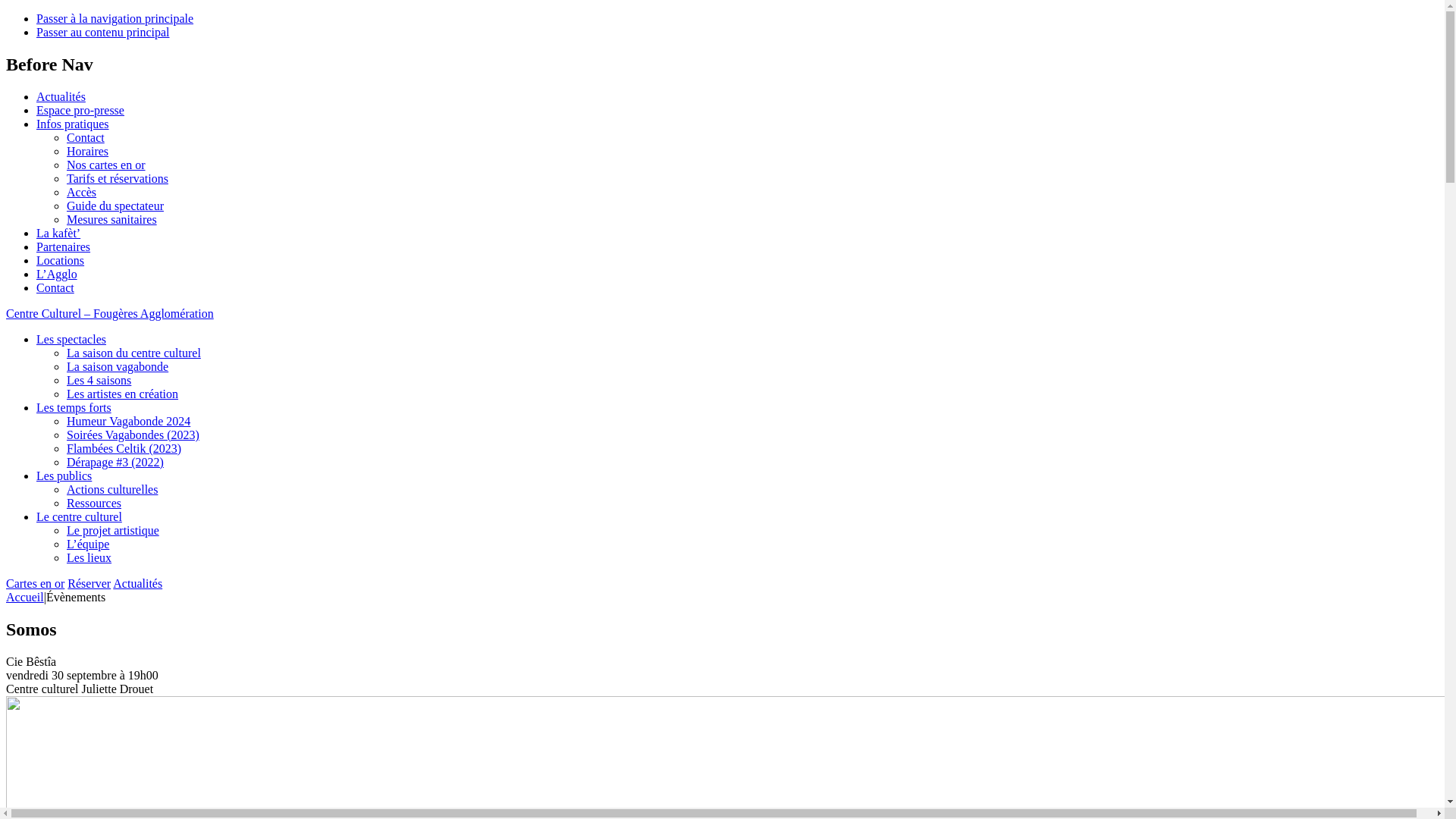 This screenshot has height=819, width=1456. What do you see at coordinates (6, 596) in the screenshot?
I see `'Accueil'` at bounding box center [6, 596].